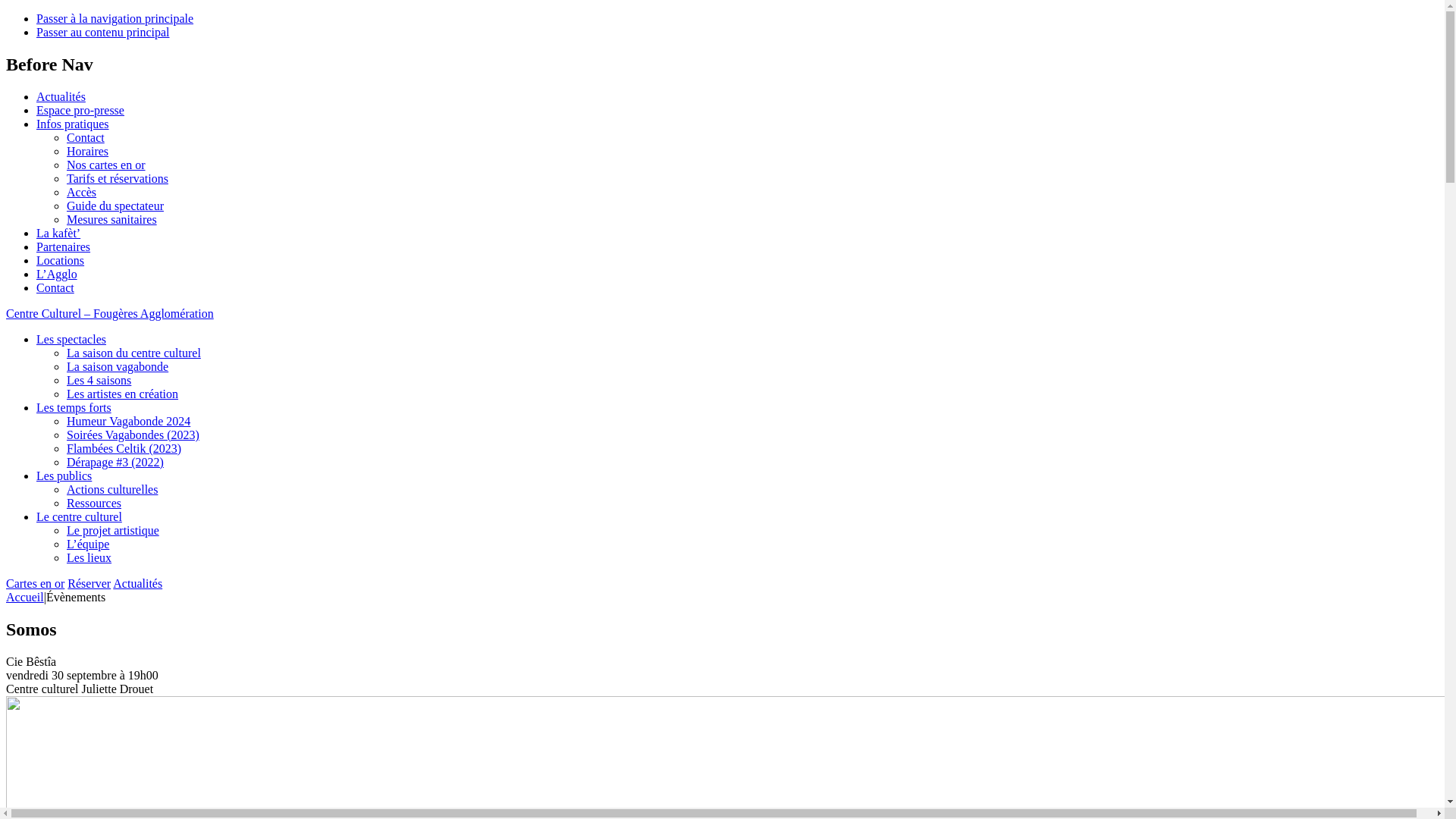 This screenshot has height=819, width=1456. What do you see at coordinates (6, 596) in the screenshot?
I see `'Accueil'` at bounding box center [6, 596].